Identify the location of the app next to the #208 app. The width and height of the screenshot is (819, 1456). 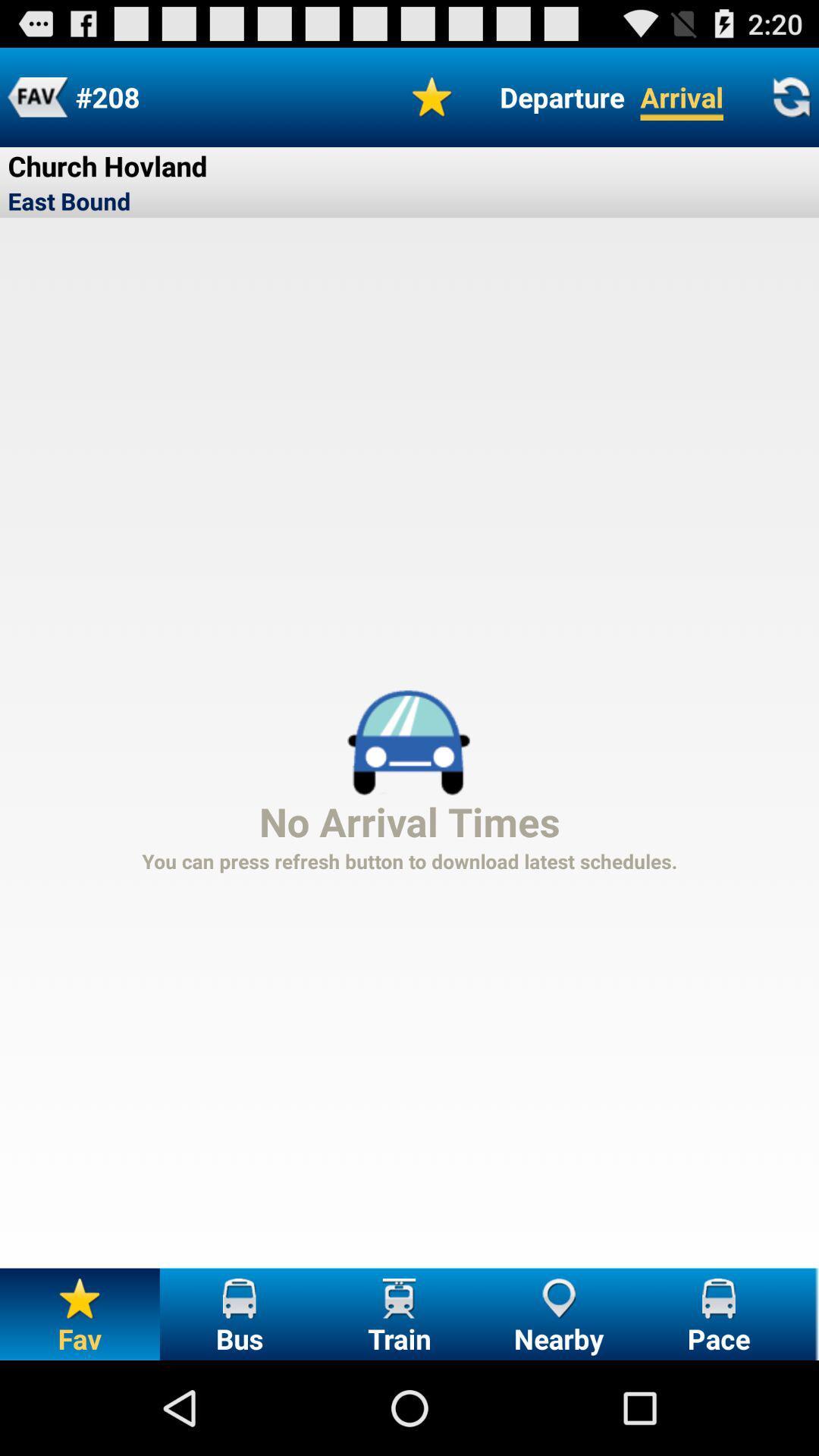
(36, 96).